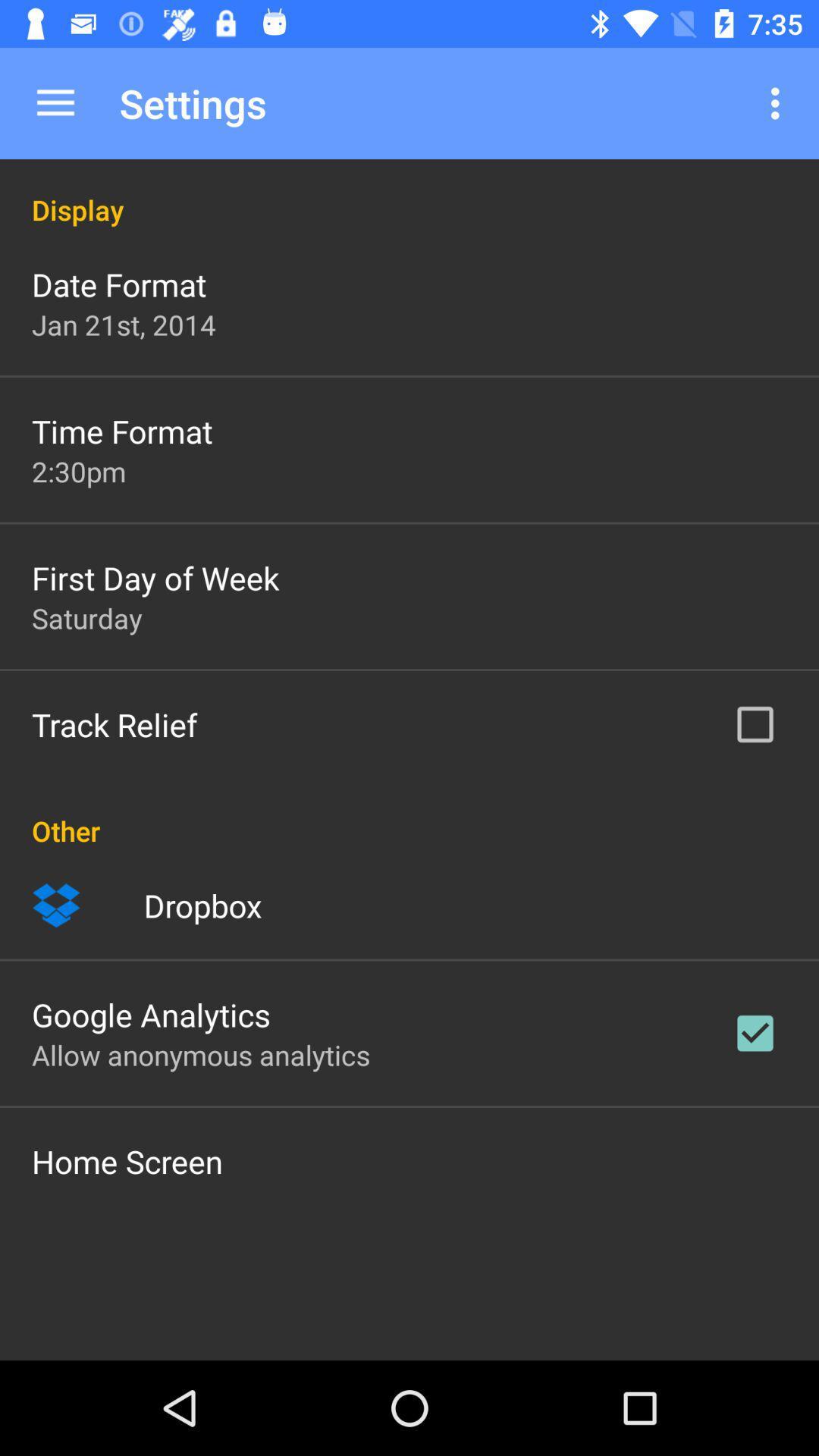 The width and height of the screenshot is (819, 1456). What do you see at coordinates (409, 814) in the screenshot?
I see `the other icon` at bounding box center [409, 814].